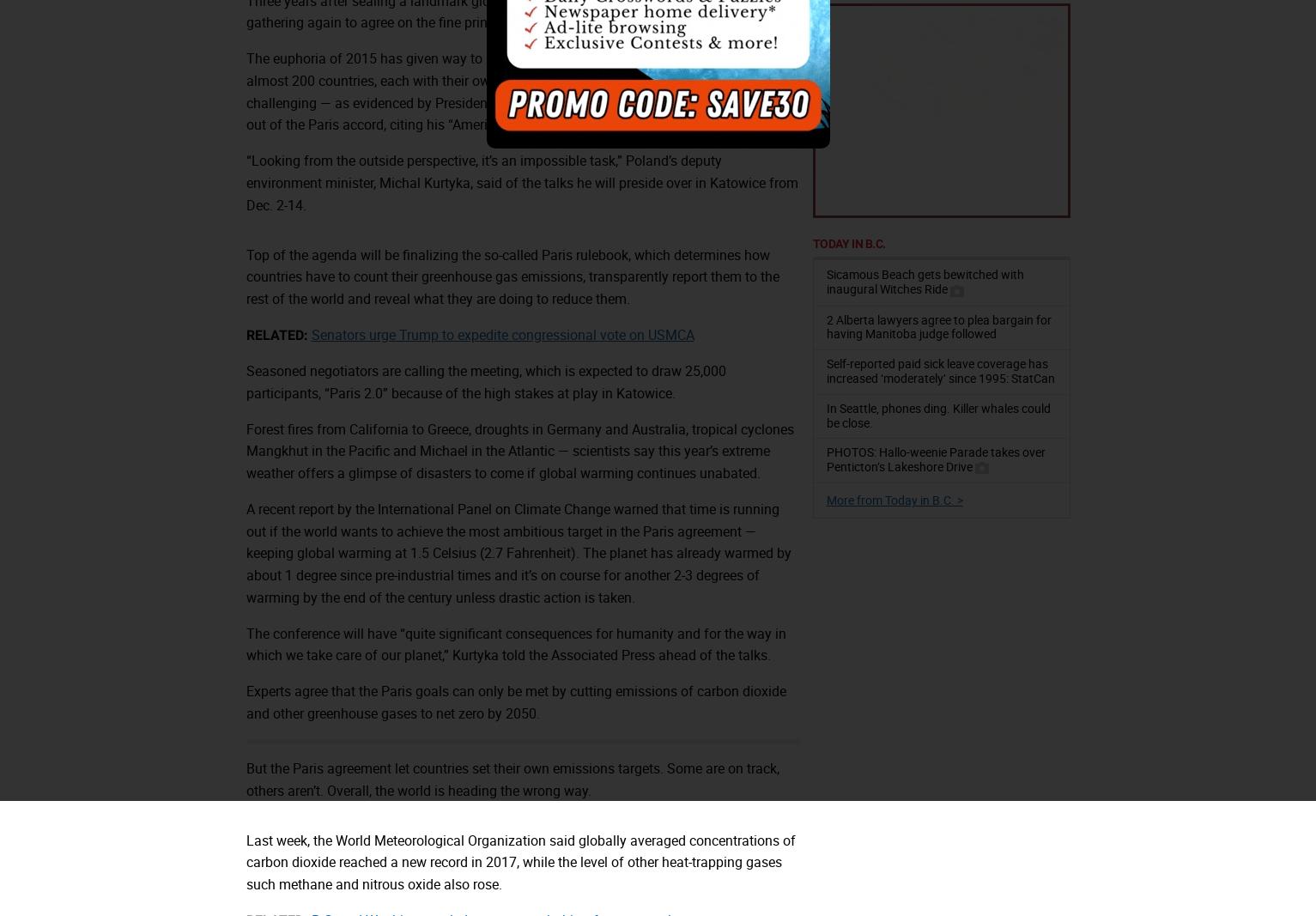  I want to click on 'Self-reported paid sick leave coverage has increased ‘moderately’ since 1995: StatCan', so click(825, 369).